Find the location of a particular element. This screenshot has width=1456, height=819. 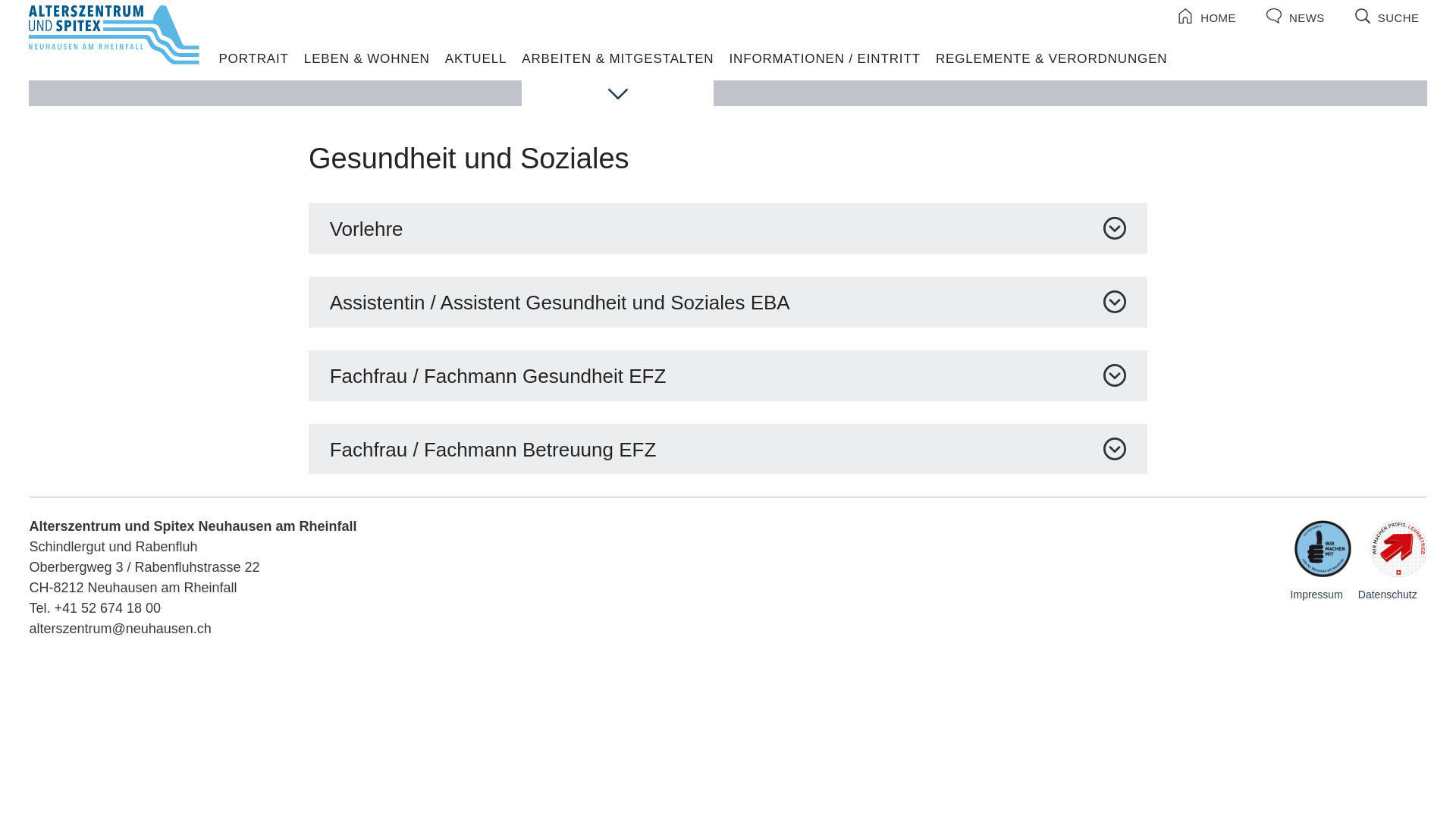

'AKTUELL' is located at coordinates (475, 58).